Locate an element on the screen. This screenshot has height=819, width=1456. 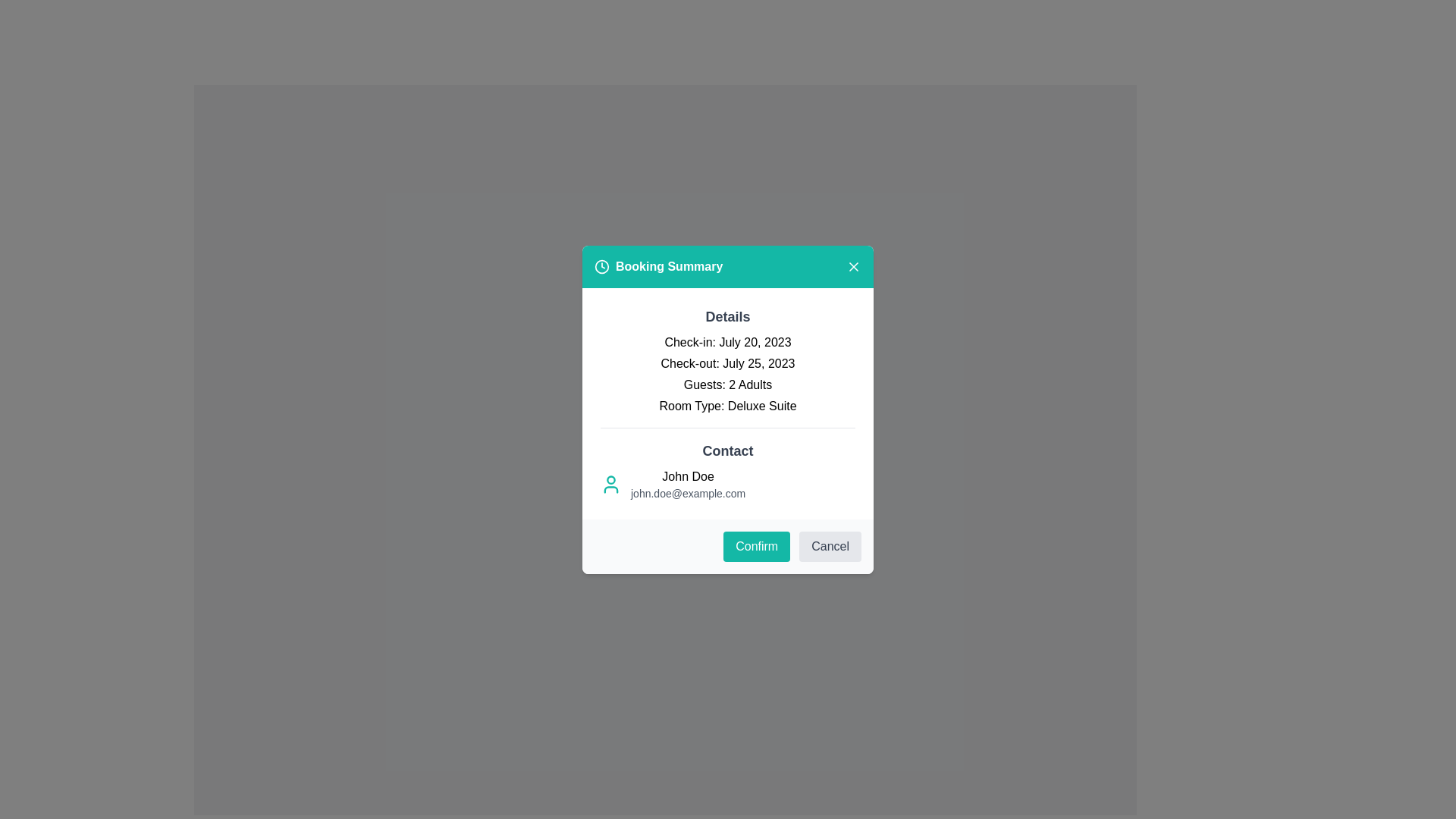
text label 'Contact' which is styled in bold, large font and dark gray color, serving as the title for the contact section within the modal dialog box is located at coordinates (728, 450).